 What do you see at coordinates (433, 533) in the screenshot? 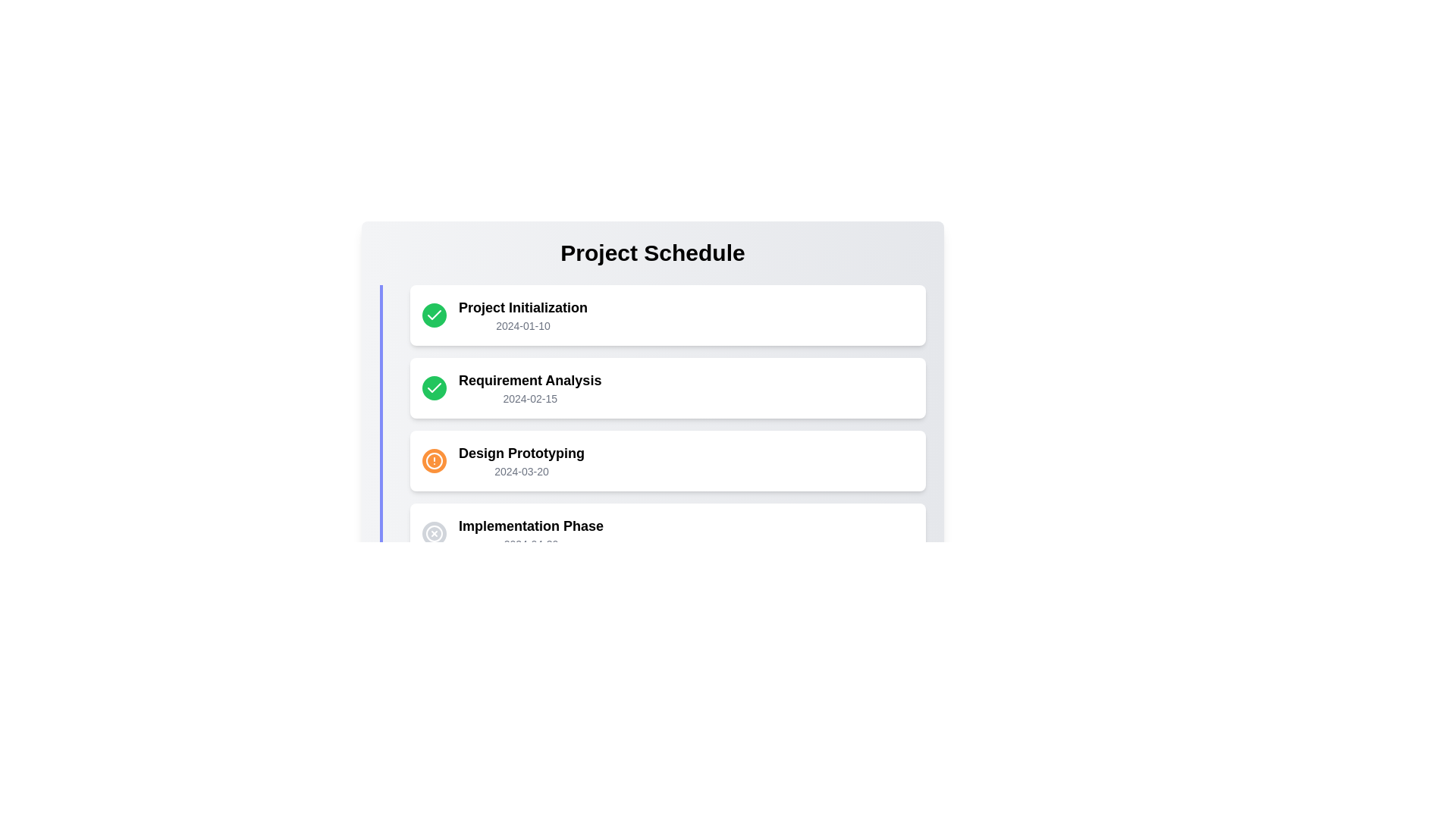
I see `the hollow circle icon with a cross inside, located on the far left of the 'Implementation Phase' list item, which is the fourth entry in the vertical sequence of schedule phases` at bounding box center [433, 533].